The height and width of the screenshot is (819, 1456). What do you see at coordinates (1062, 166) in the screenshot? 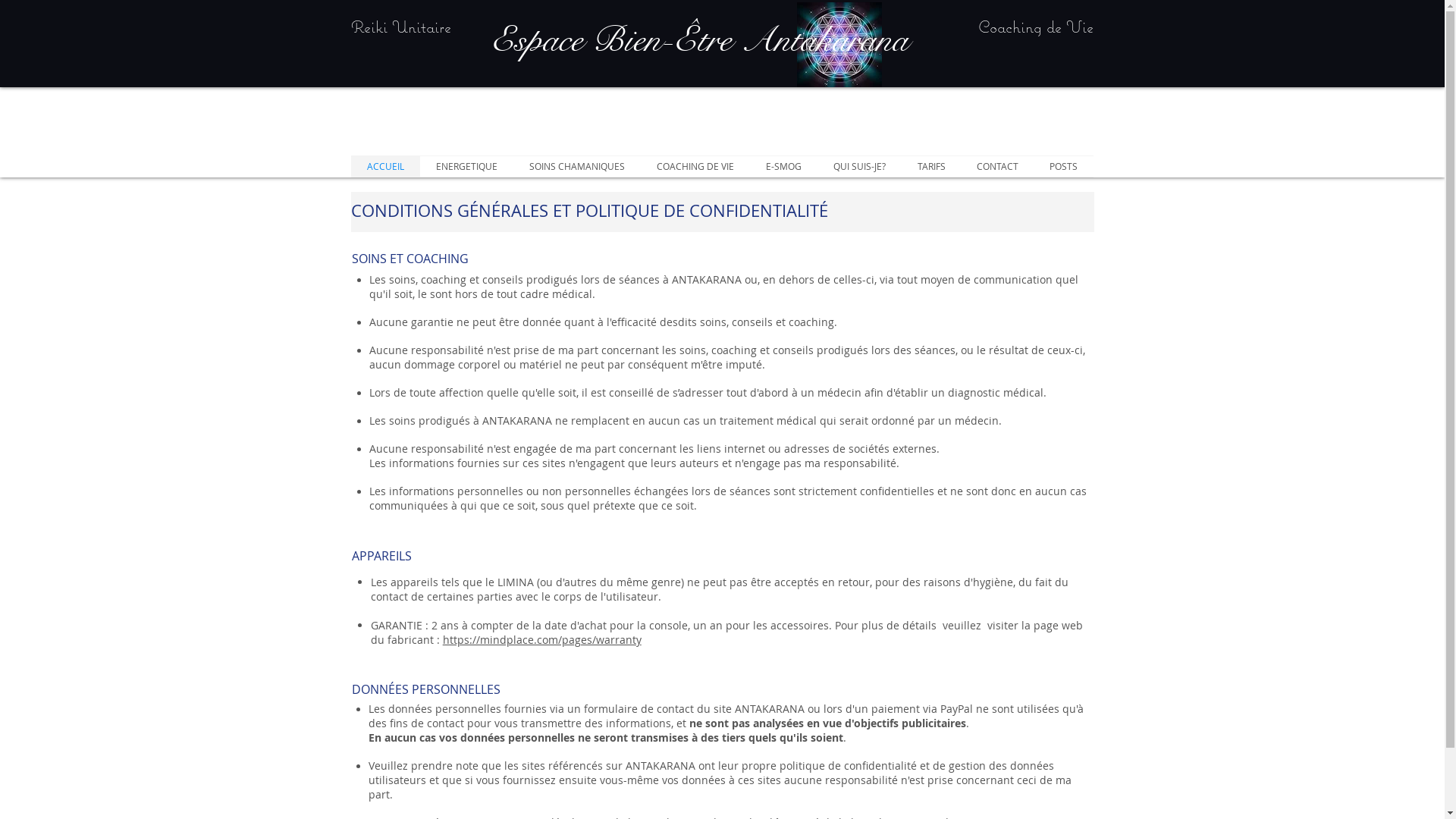
I see `'POSTS'` at bounding box center [1062, 166].